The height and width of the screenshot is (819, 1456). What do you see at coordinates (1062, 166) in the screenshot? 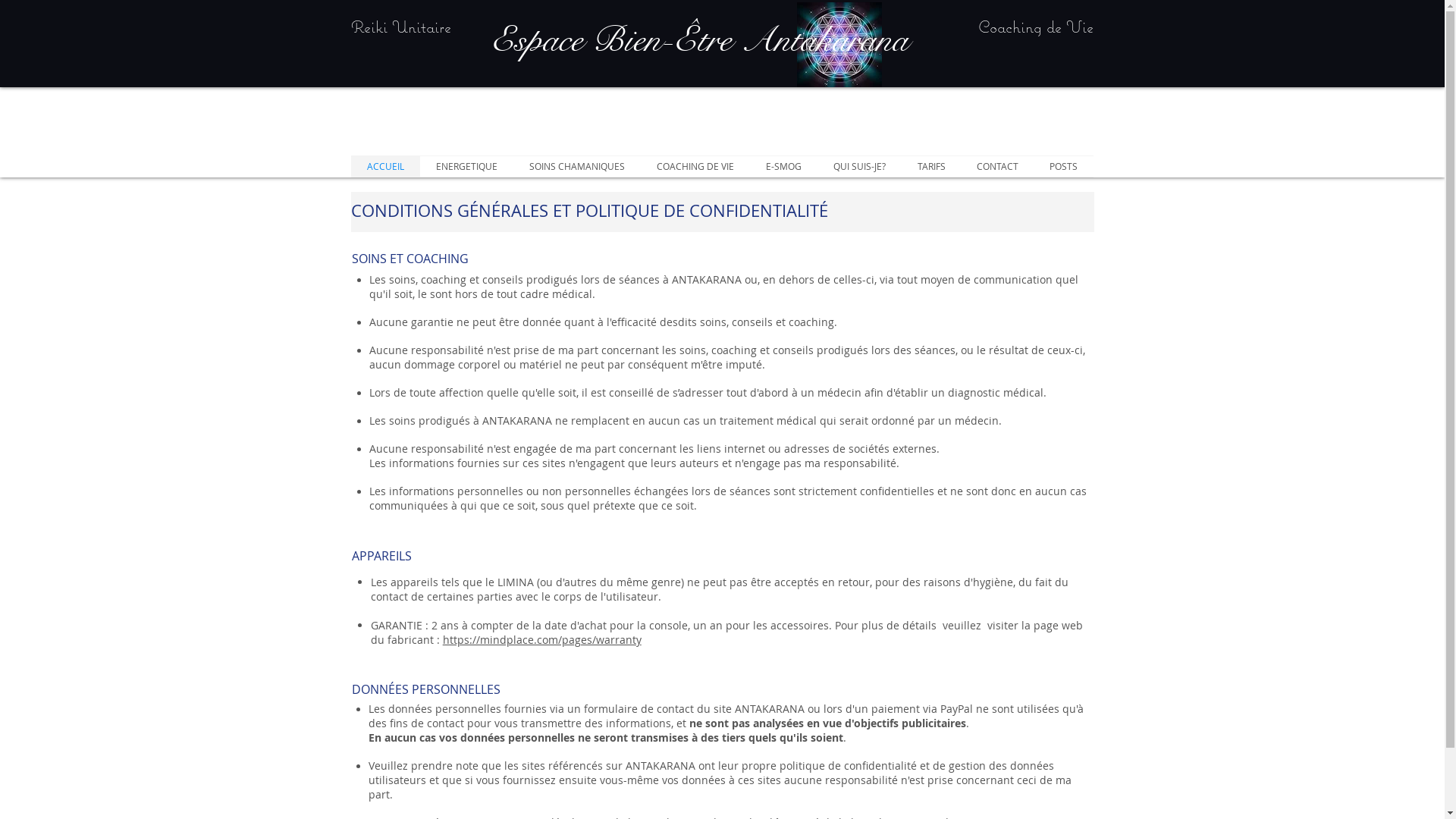
I see `'POSTS'` at bounding box center [1062, 166].